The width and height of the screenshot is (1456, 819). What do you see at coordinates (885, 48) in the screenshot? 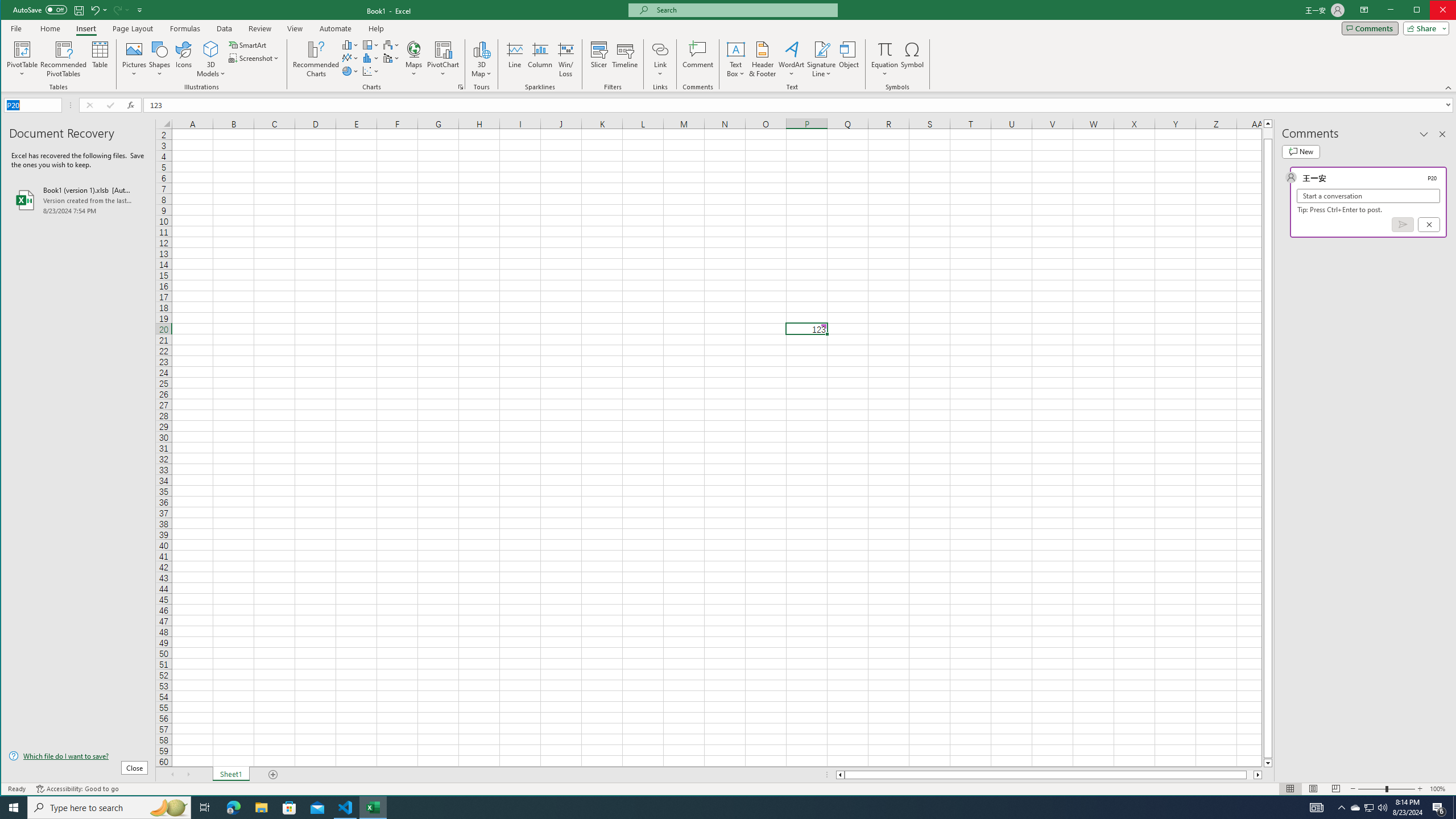
I see `'Equation'` at bounding box center [885, 48].